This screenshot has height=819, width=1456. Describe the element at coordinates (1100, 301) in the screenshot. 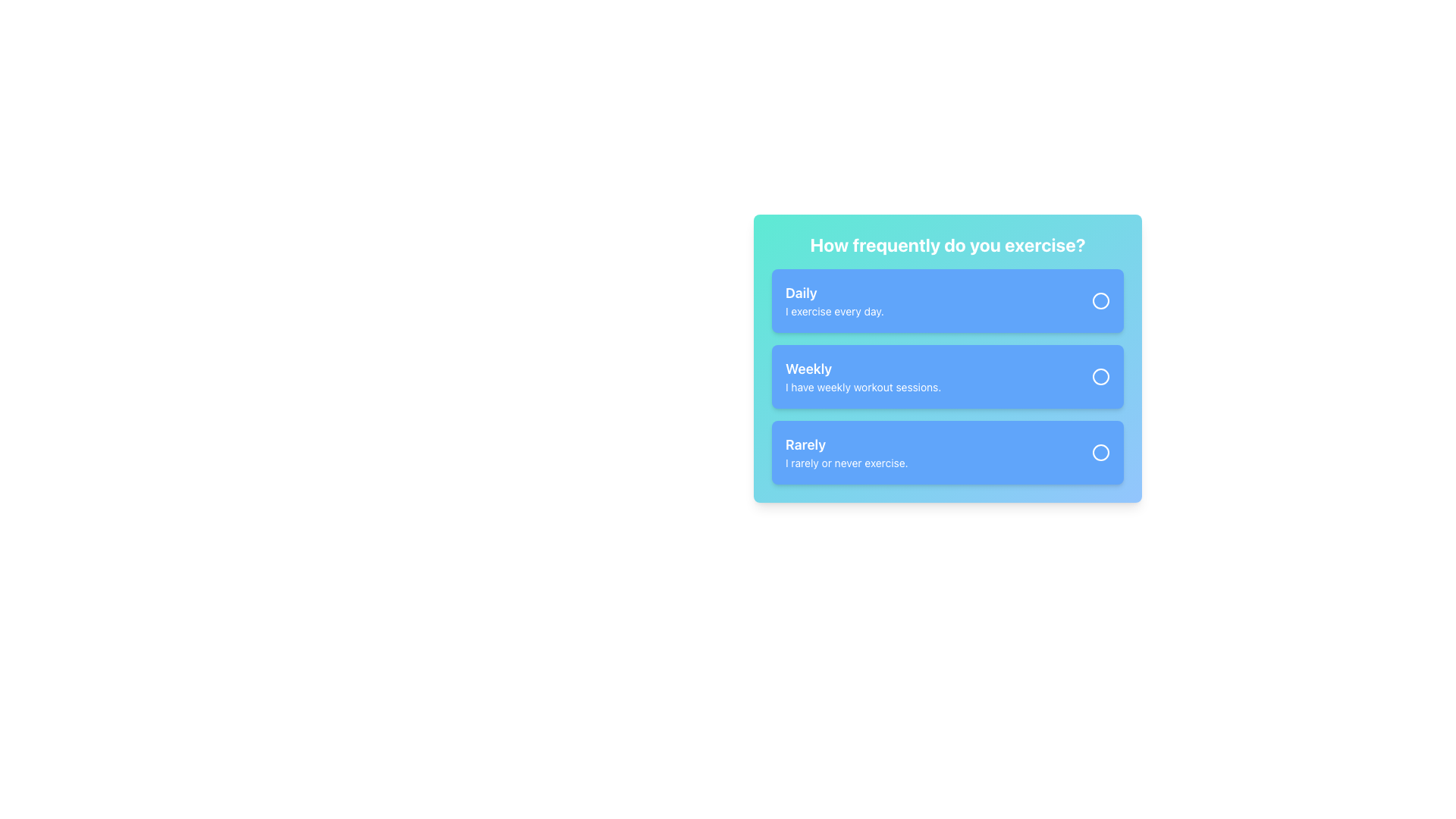

I see `the radio button indicator in the top right corner of the 'Daily' option box` at that location.